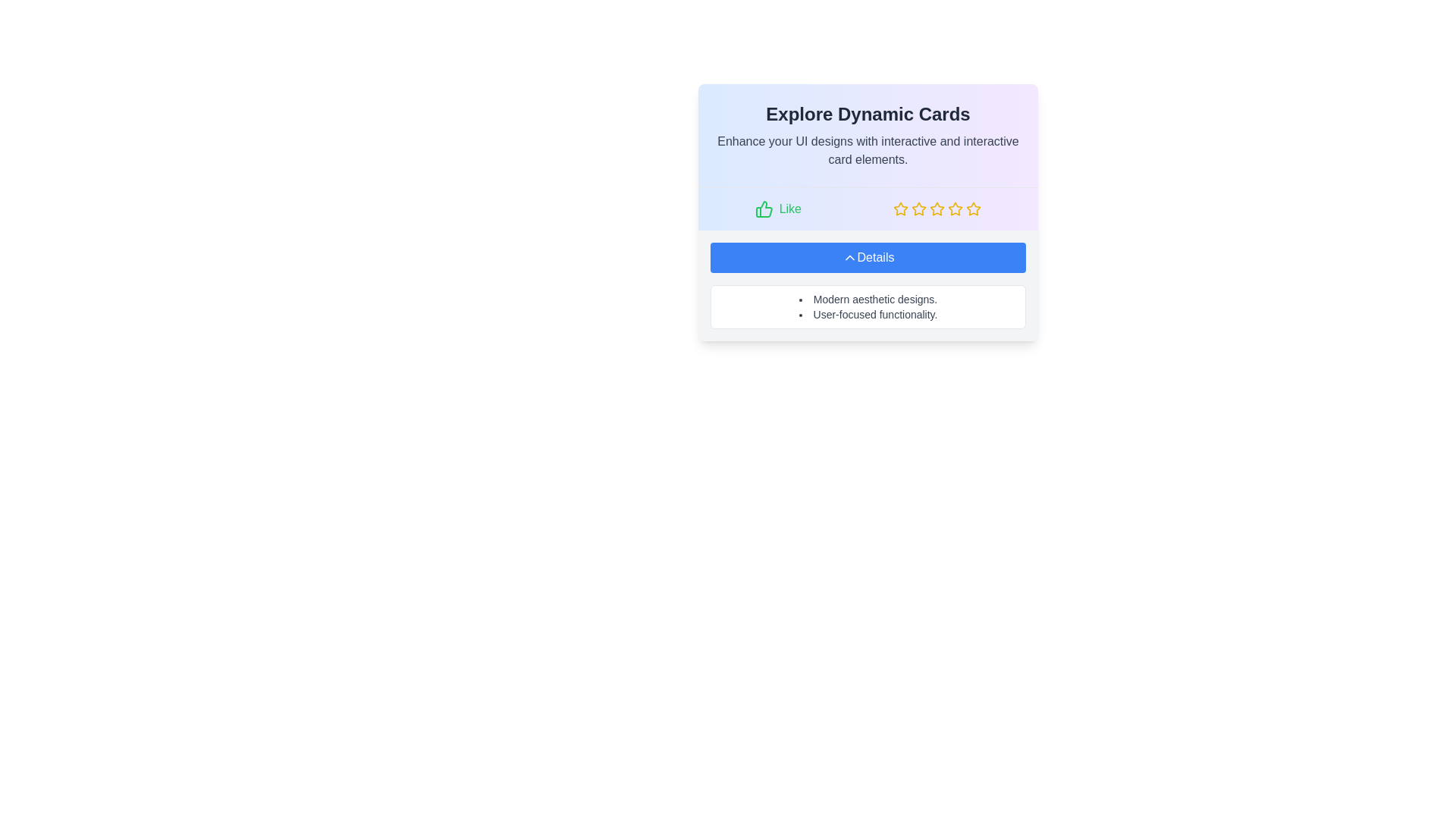  I want to click on the first item in the bulleted list located near the bottom section of the card layout, directly below the 'Details' button, so click(868, 299).